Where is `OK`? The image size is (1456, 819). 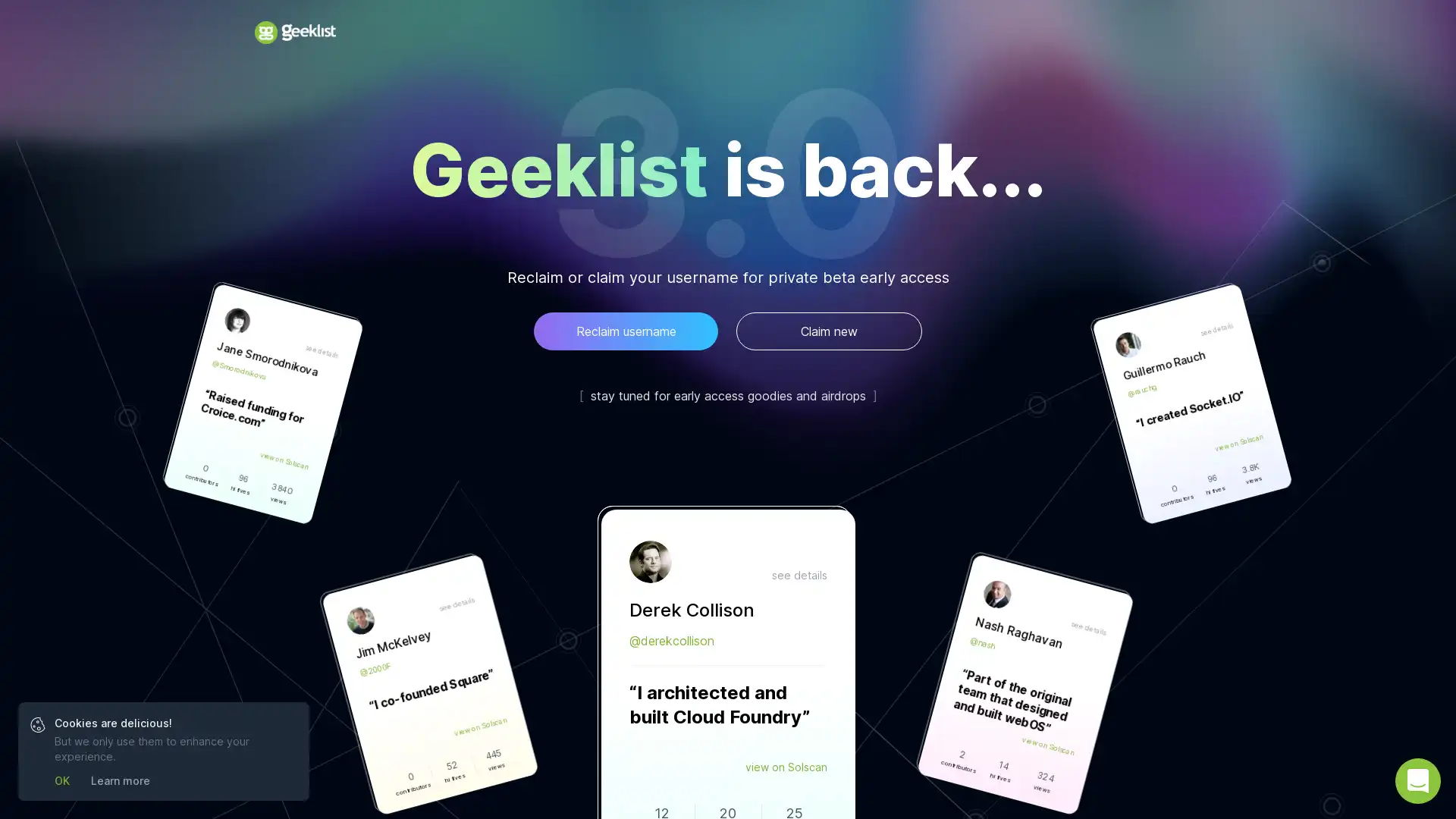
OK is located at coordinates (61, 780).